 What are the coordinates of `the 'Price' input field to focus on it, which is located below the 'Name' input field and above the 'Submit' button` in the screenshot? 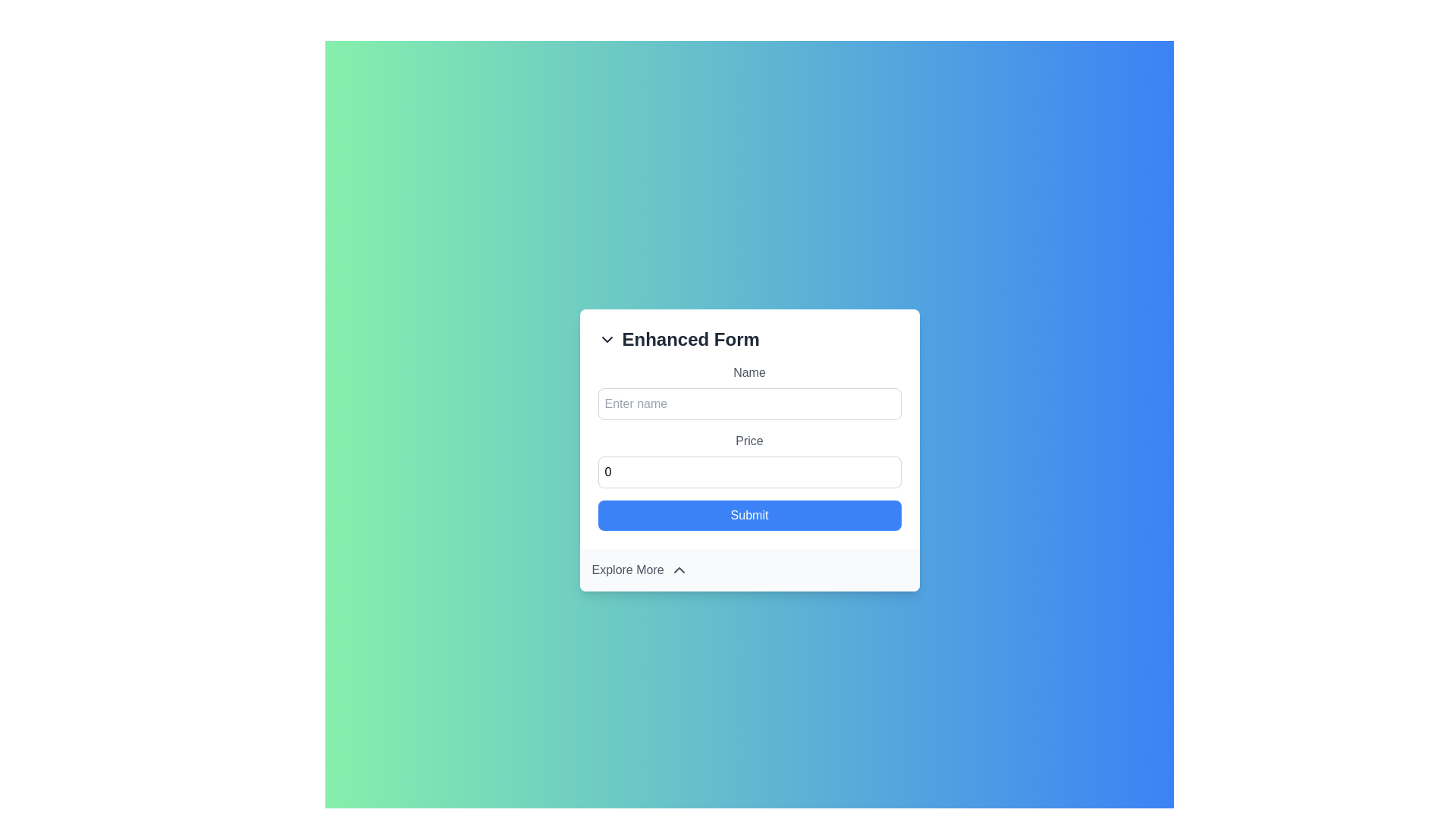 It's located at (749, 459).